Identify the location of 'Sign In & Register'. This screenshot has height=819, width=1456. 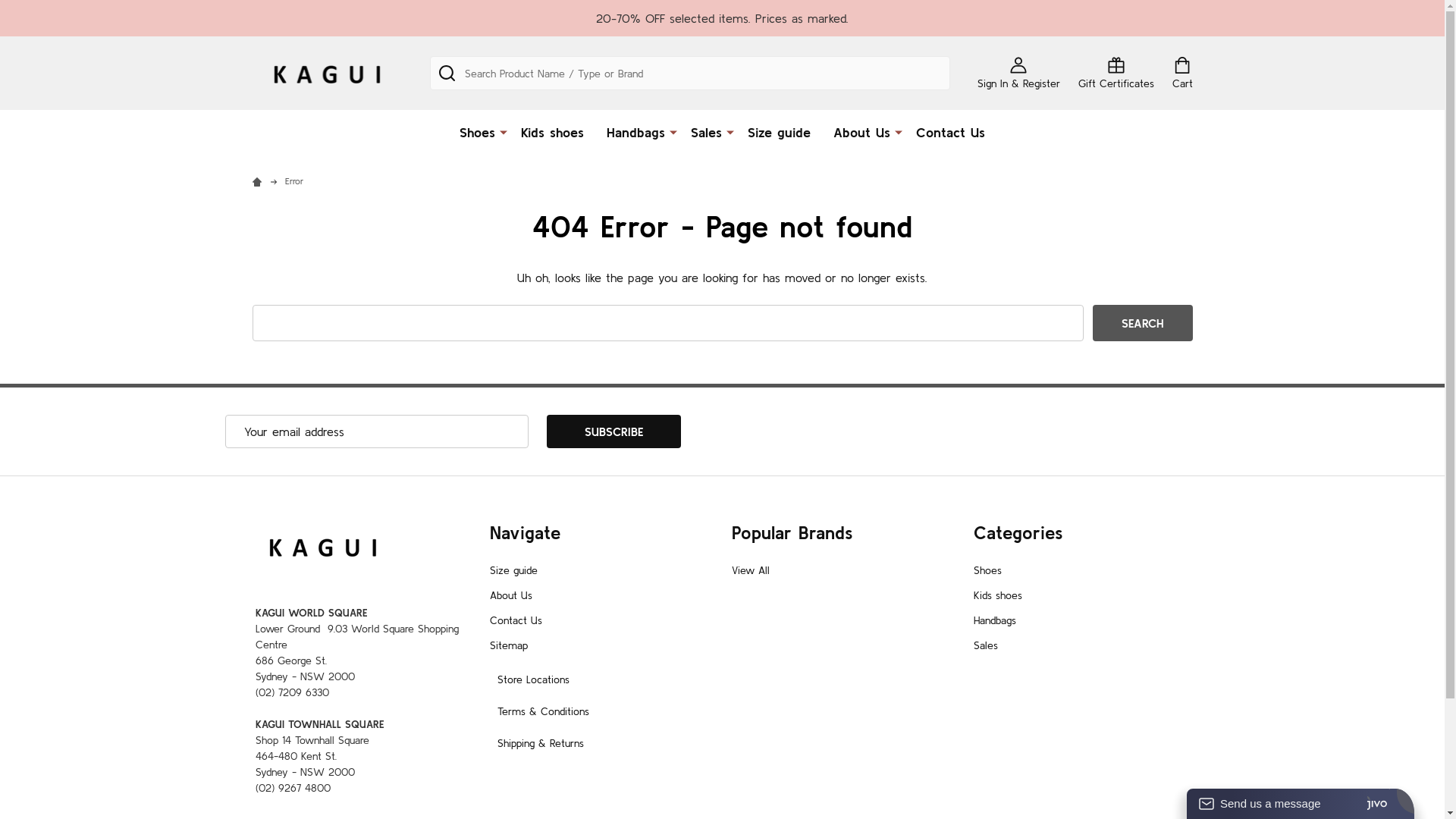
(976, 73).